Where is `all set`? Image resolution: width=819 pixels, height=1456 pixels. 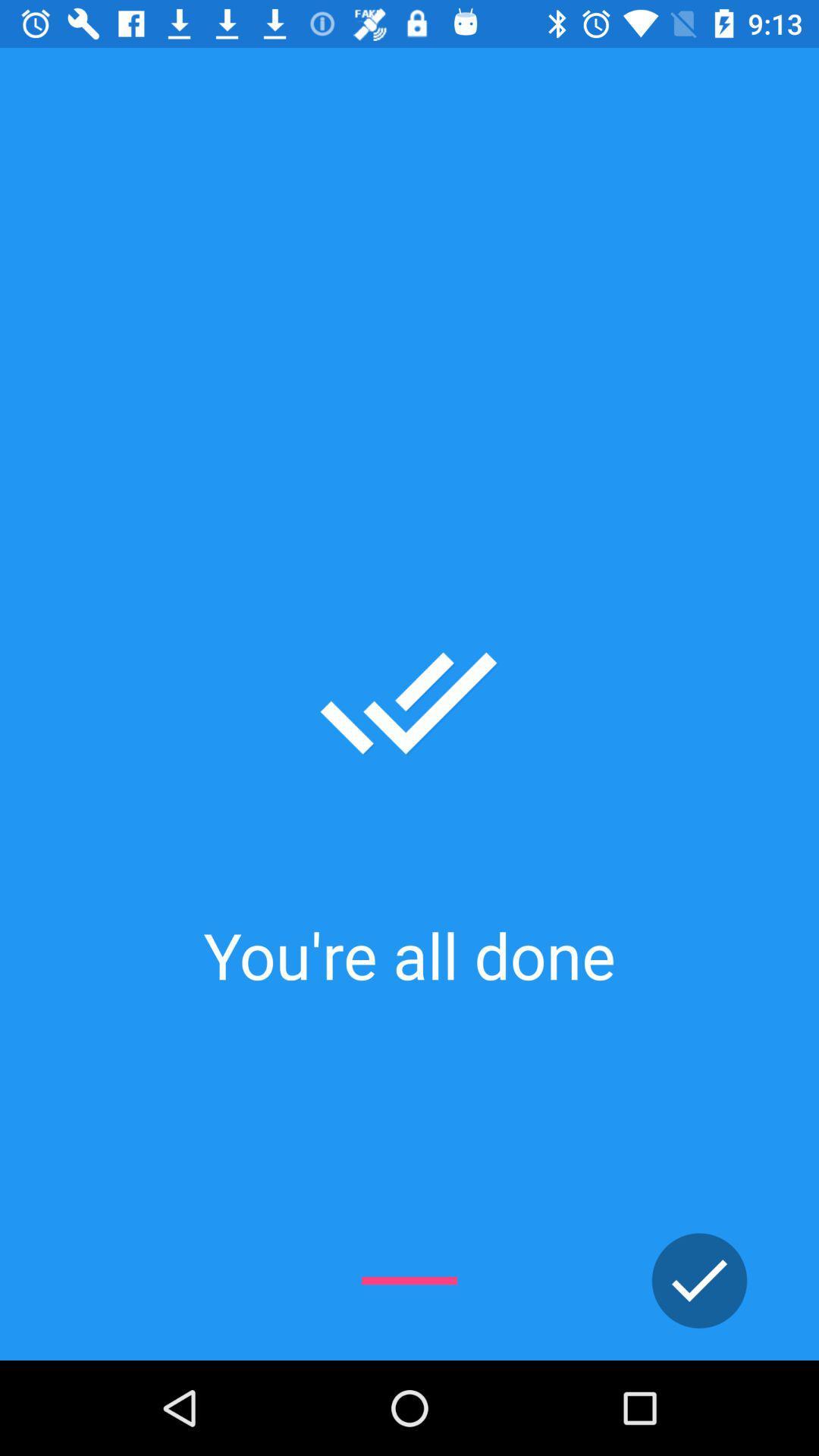 all set is located at coordinates (699, 1280).